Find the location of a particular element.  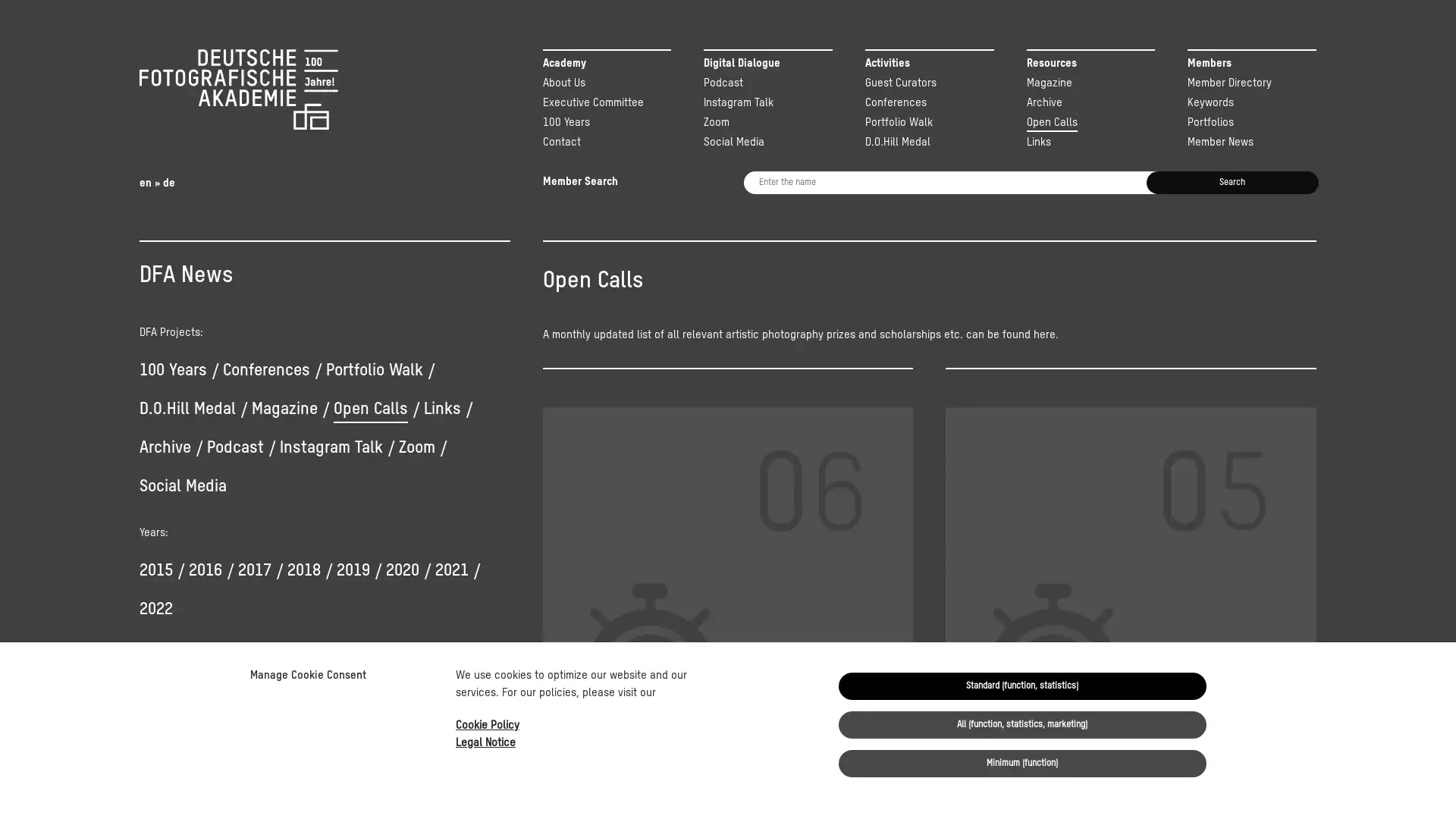

Yes is located at coordinates (152, 693).